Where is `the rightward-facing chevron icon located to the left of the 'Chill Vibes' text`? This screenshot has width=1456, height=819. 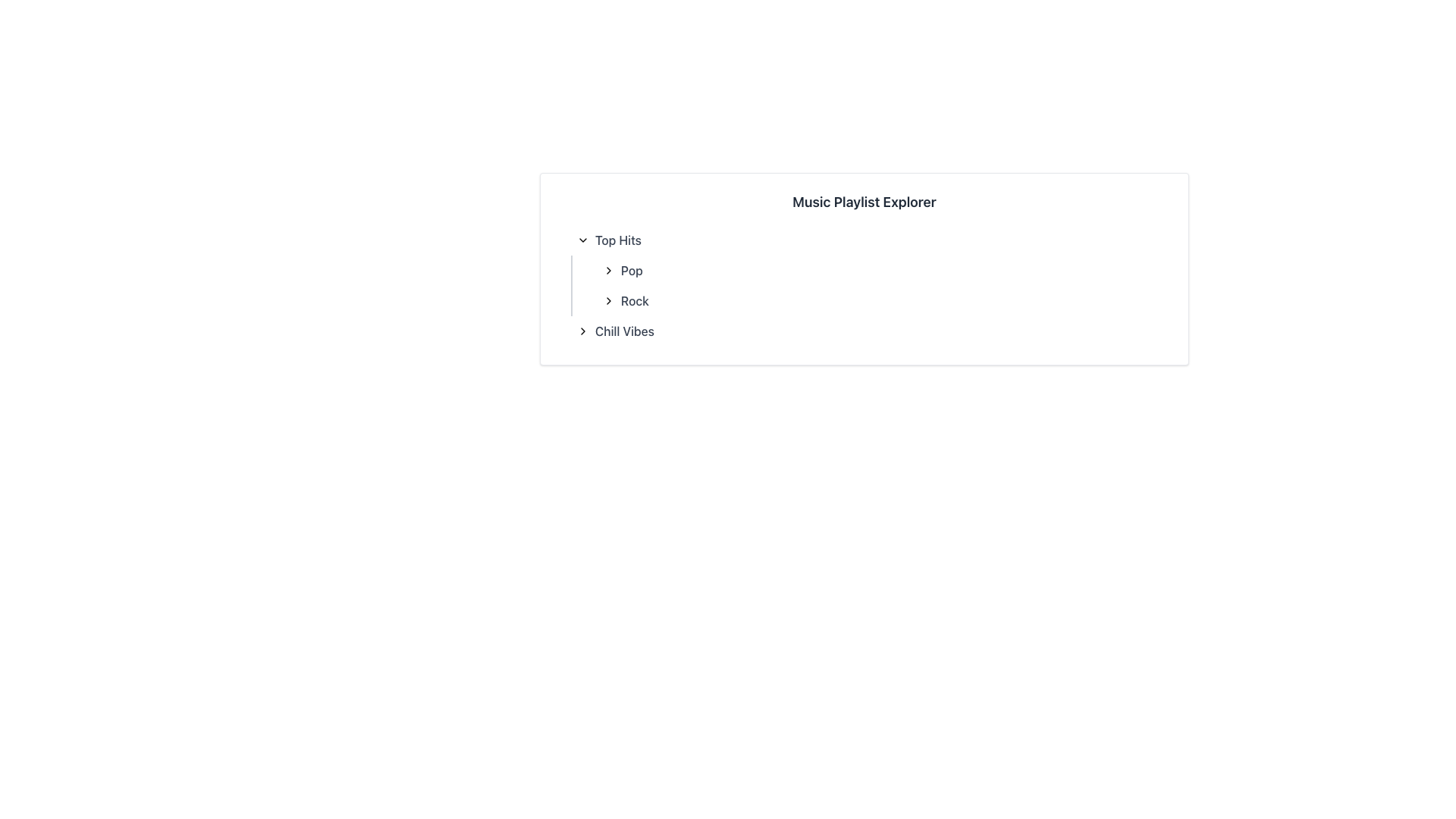 the rightward-facing chevron icon located to the left of the 'Chill Vibes' text is located at coordinates (582, 330).